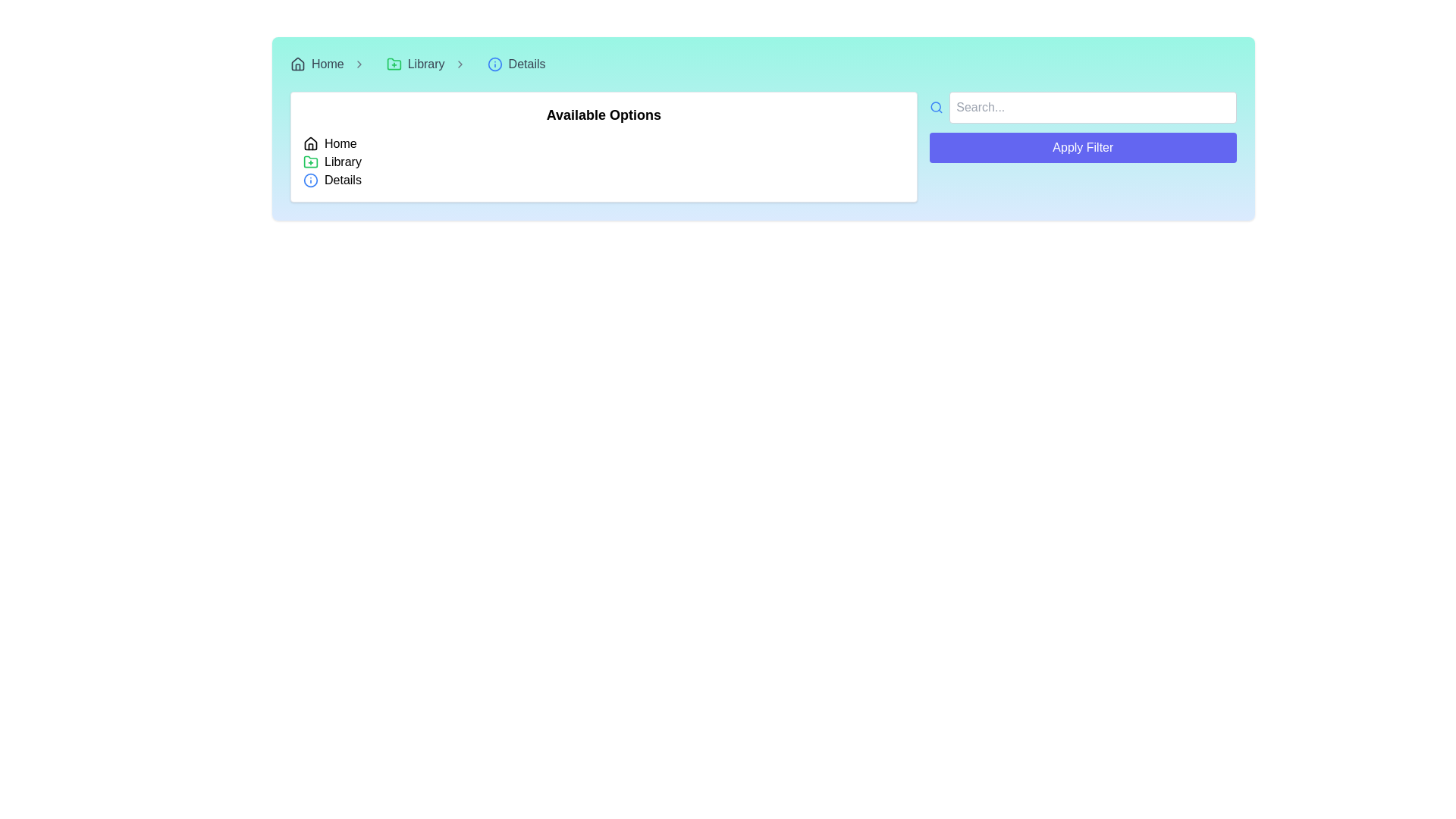 The image size is (1456, 819). Describe the element at coordinates (394, 63) in the screenshot. I see `the addition icon located before the 'Library' text in the navigation bar` at that location.